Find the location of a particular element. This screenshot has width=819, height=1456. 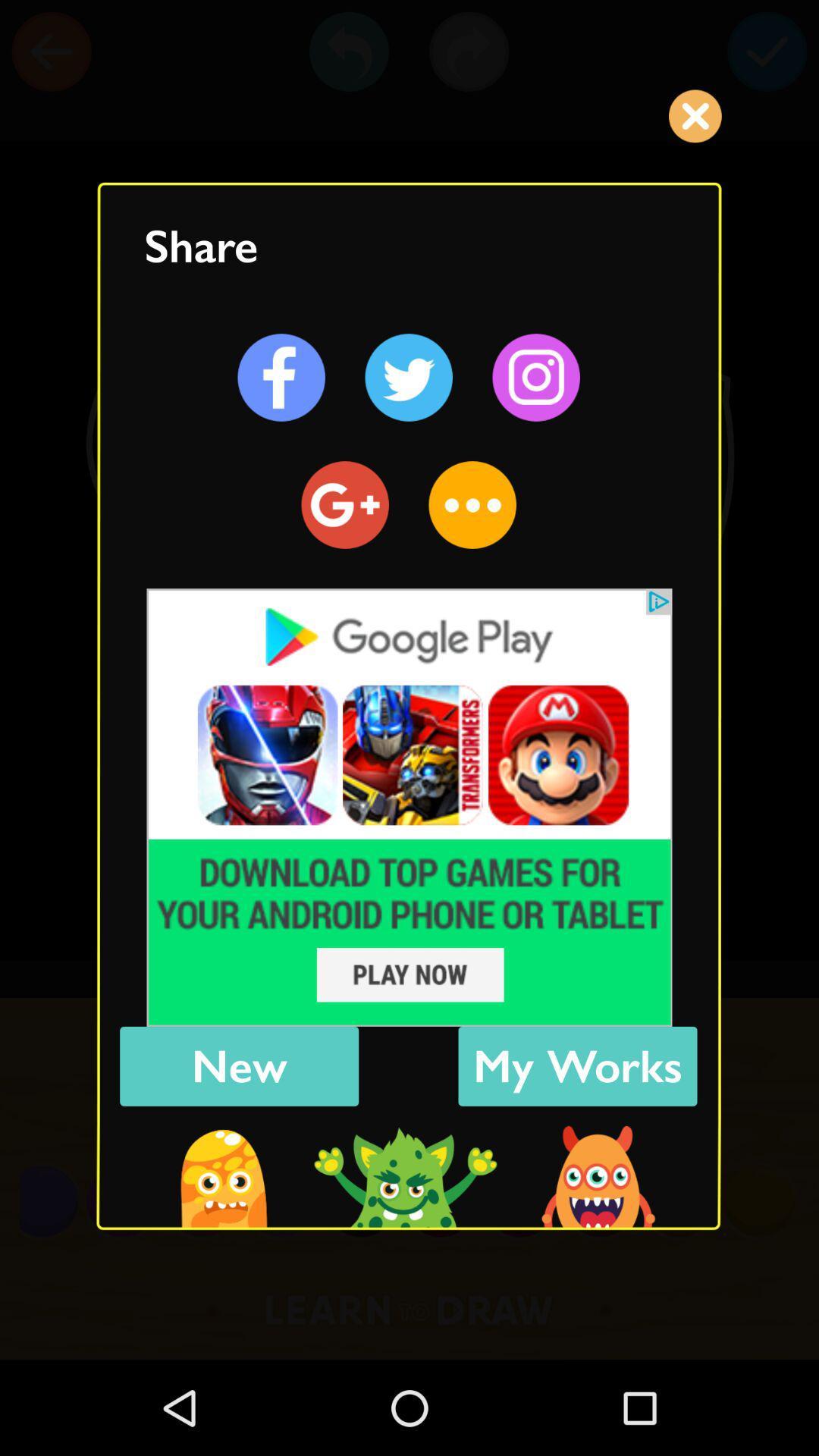

the photo icon is located at coordinates (535, 378).